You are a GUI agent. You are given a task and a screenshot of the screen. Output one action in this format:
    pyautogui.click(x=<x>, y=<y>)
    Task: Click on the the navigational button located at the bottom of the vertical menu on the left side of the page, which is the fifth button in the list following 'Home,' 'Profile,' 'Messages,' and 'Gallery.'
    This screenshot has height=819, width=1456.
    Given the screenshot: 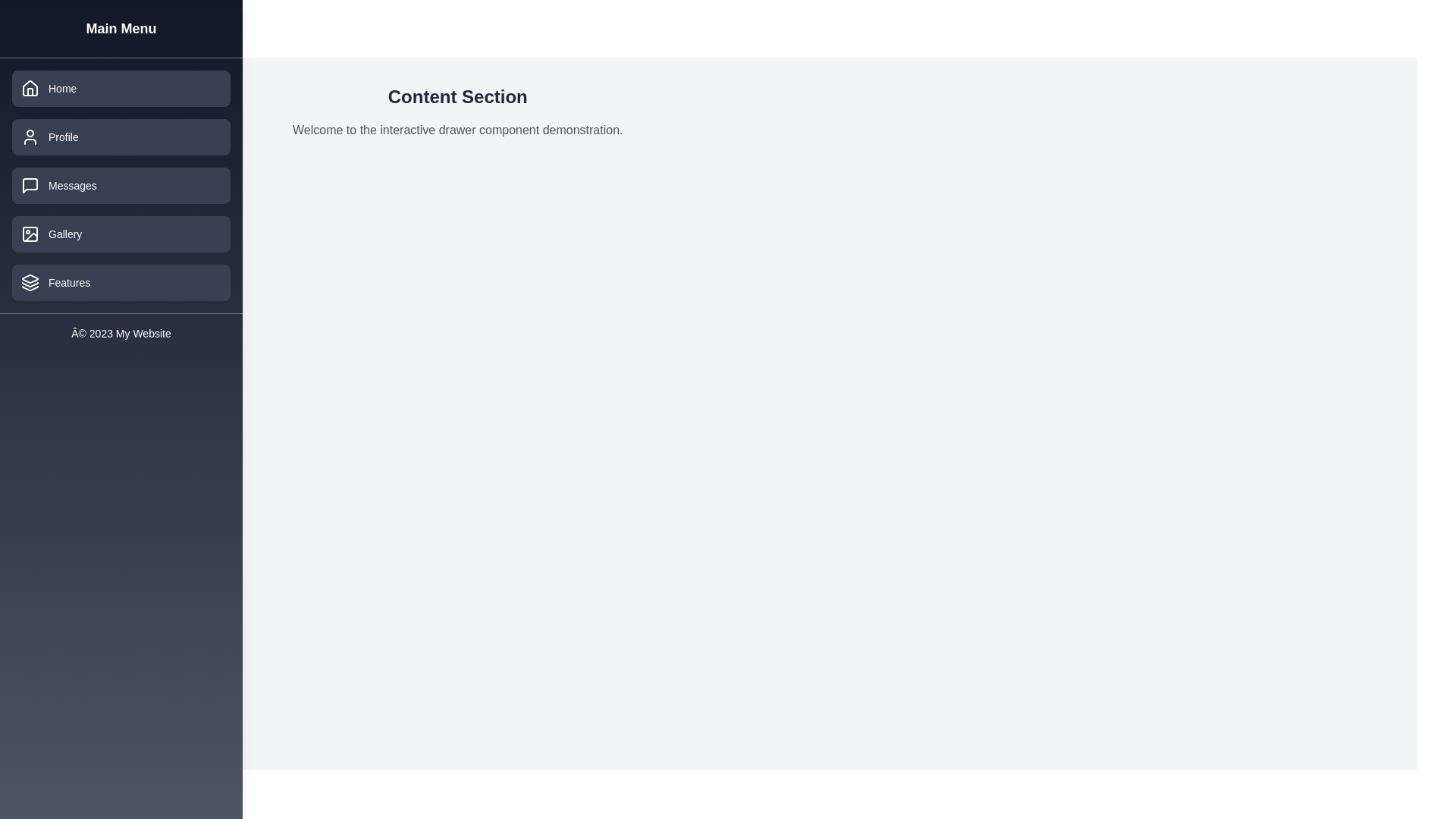 What is the action you would take?
    pyautogui.click(x=120, y=283)
    